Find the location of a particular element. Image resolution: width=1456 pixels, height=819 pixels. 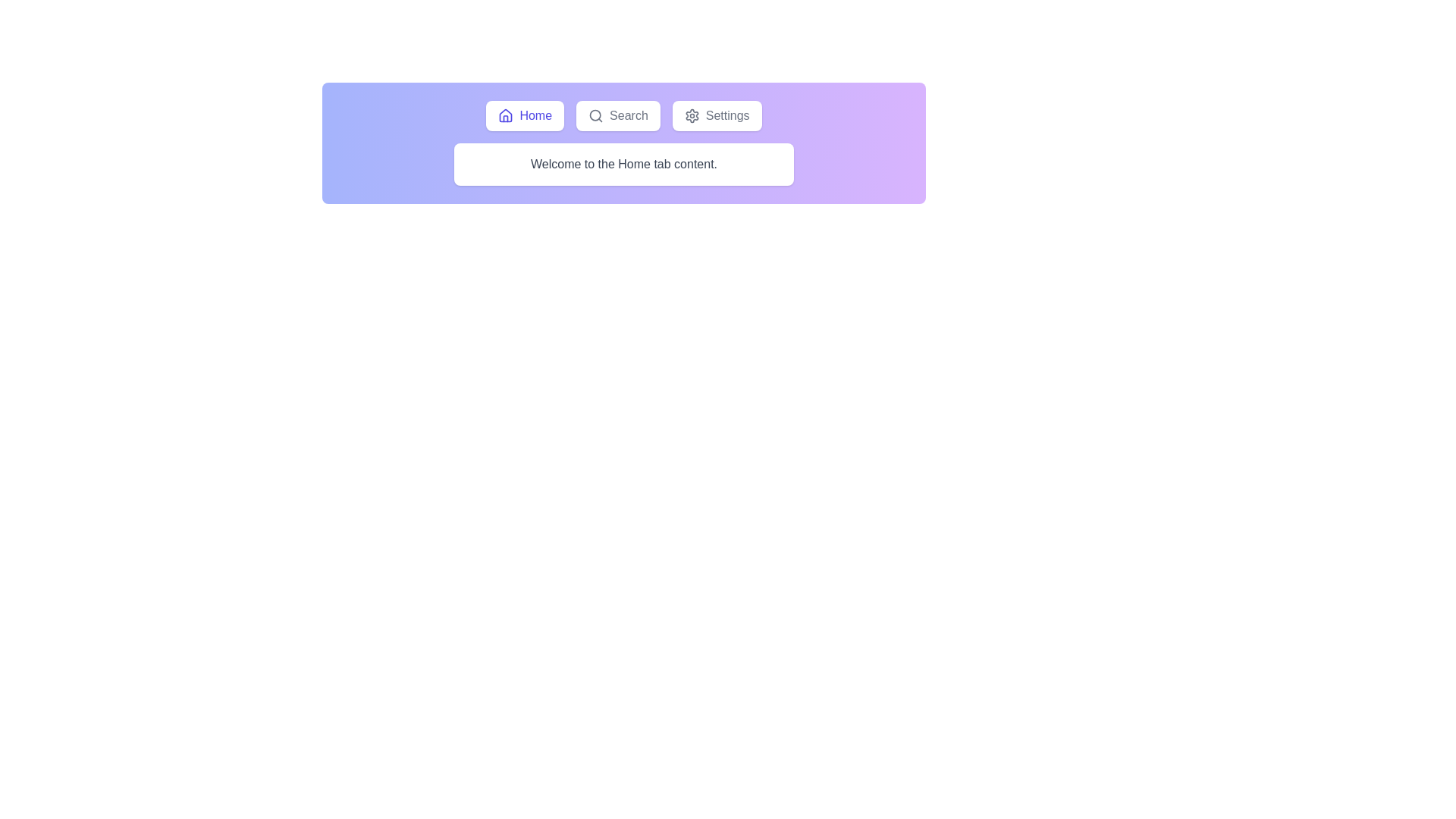

the 'Settings' button, which is a rectangular button with a gear icon and gray text is located at coordinates (716, 115).